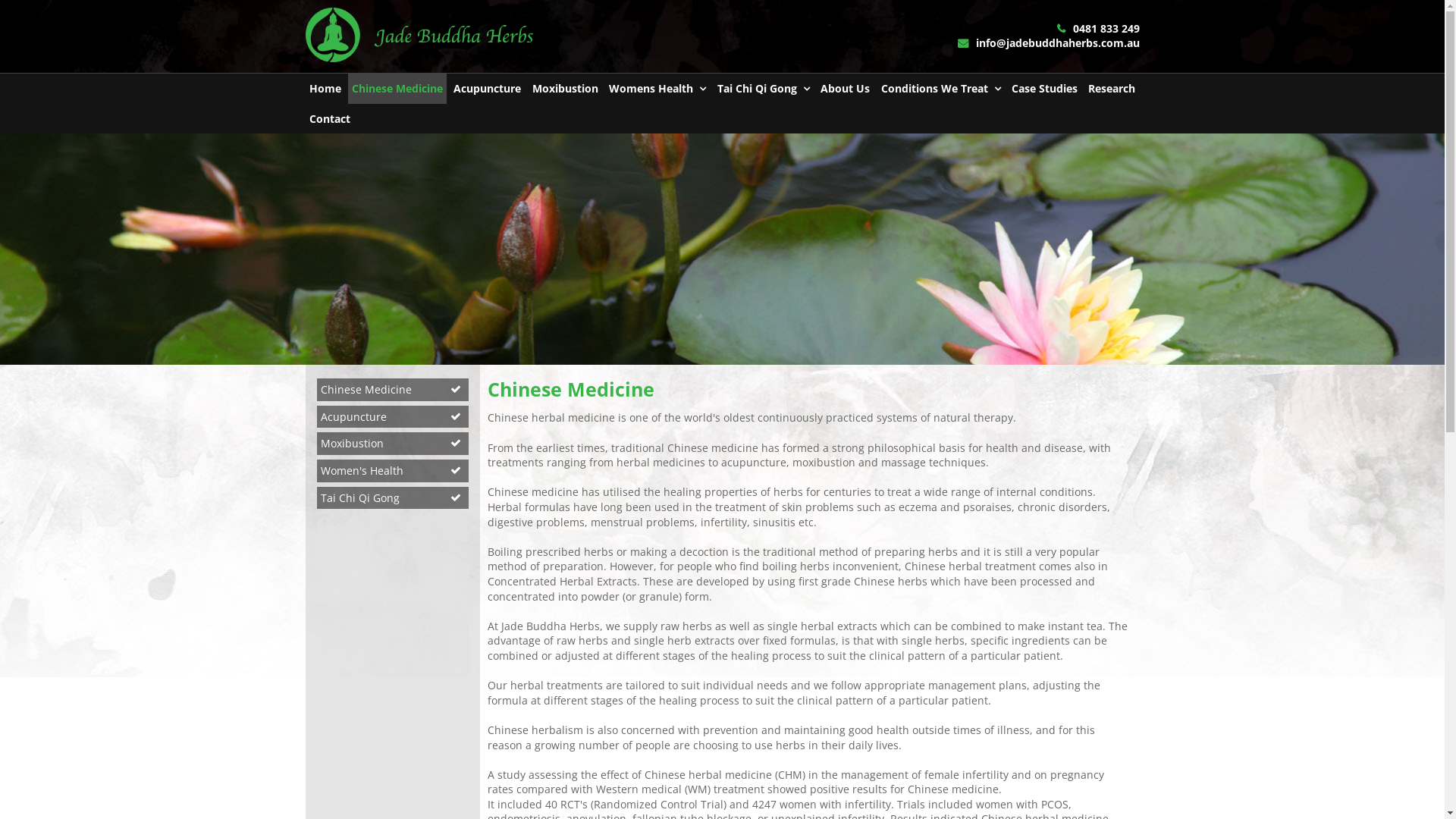 The width and height of the screenshot is (1456, 819). What do you see at coordinates (393, 497) in the screenshot?
I see `'Tai Chi Qi Gong'` at bounding box center [393, 497].